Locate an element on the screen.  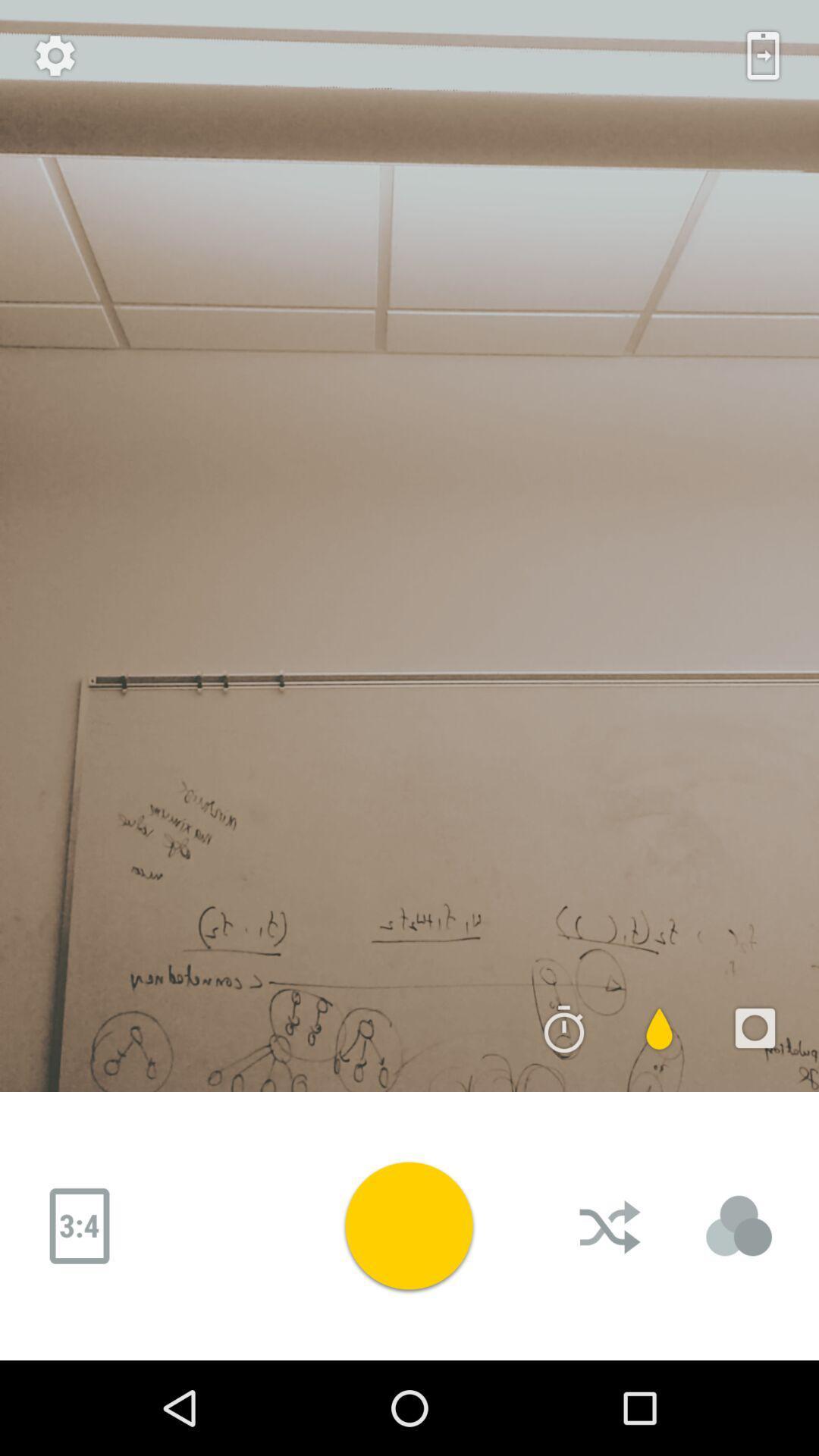
change colors is located at coordinates (739, 1226).